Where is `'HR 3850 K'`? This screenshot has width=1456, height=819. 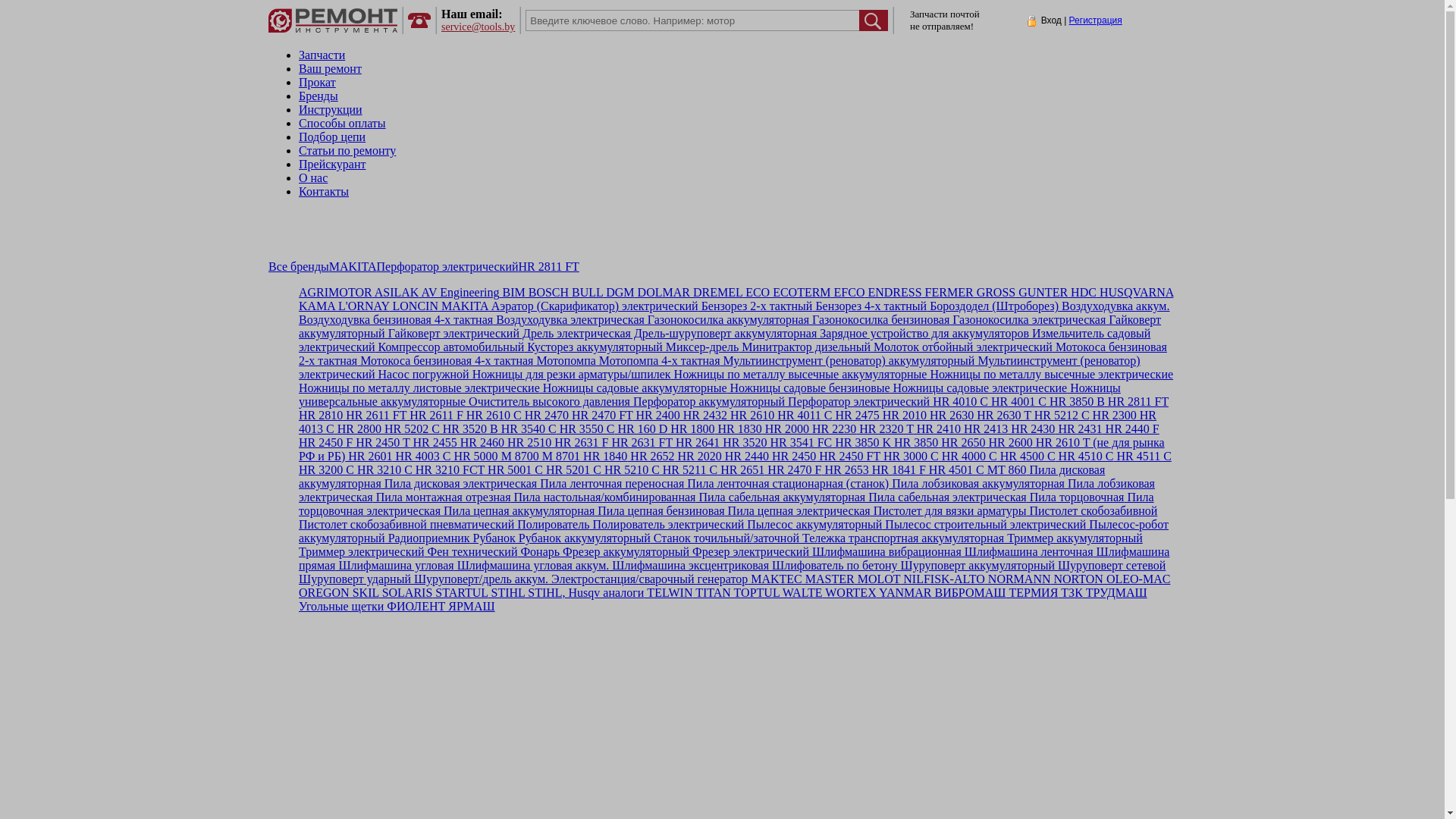
'HR 3850 K' is located at coordinates (831, 442).